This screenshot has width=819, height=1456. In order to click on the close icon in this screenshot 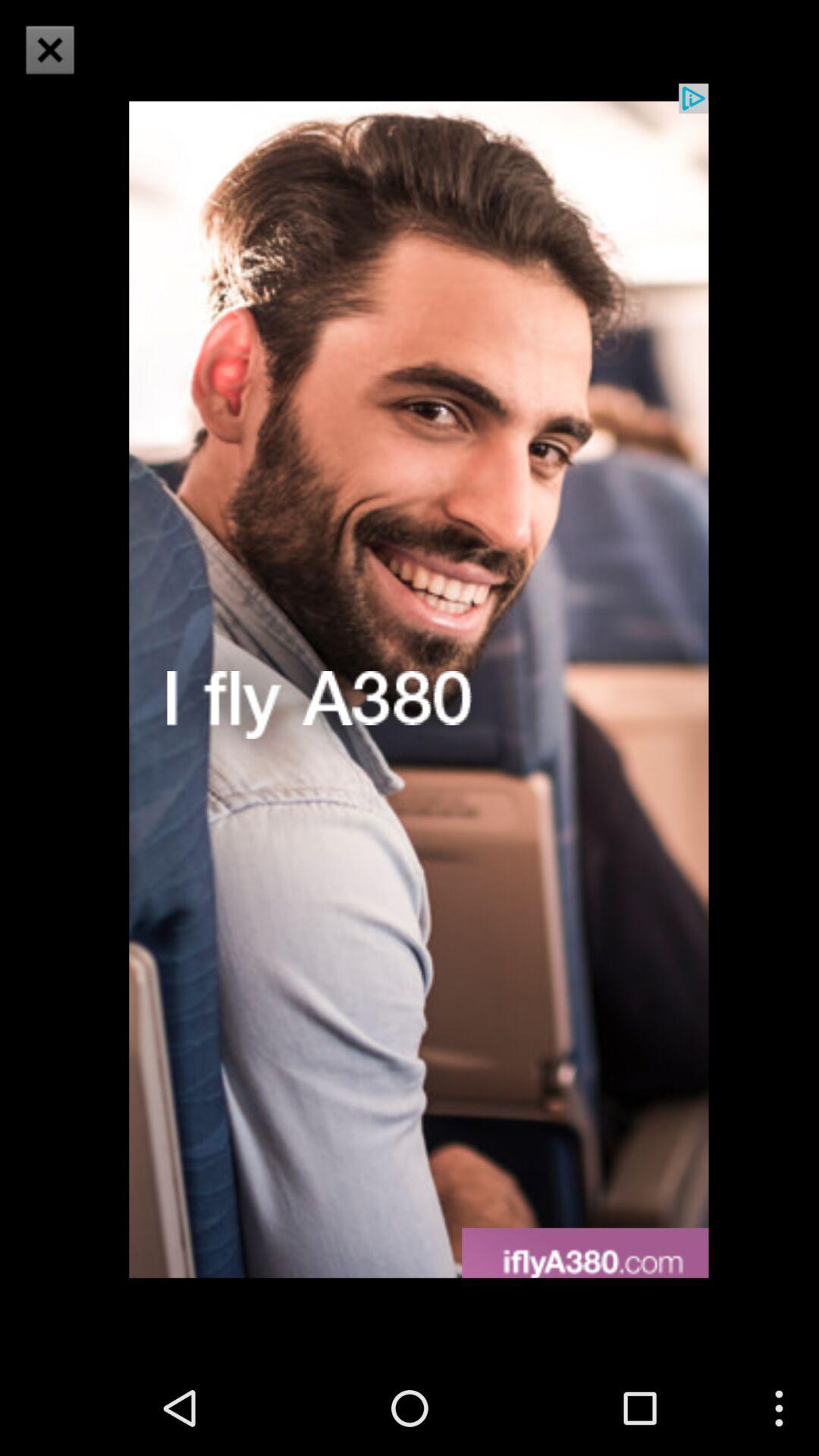, I will do `click(49, 53)`.